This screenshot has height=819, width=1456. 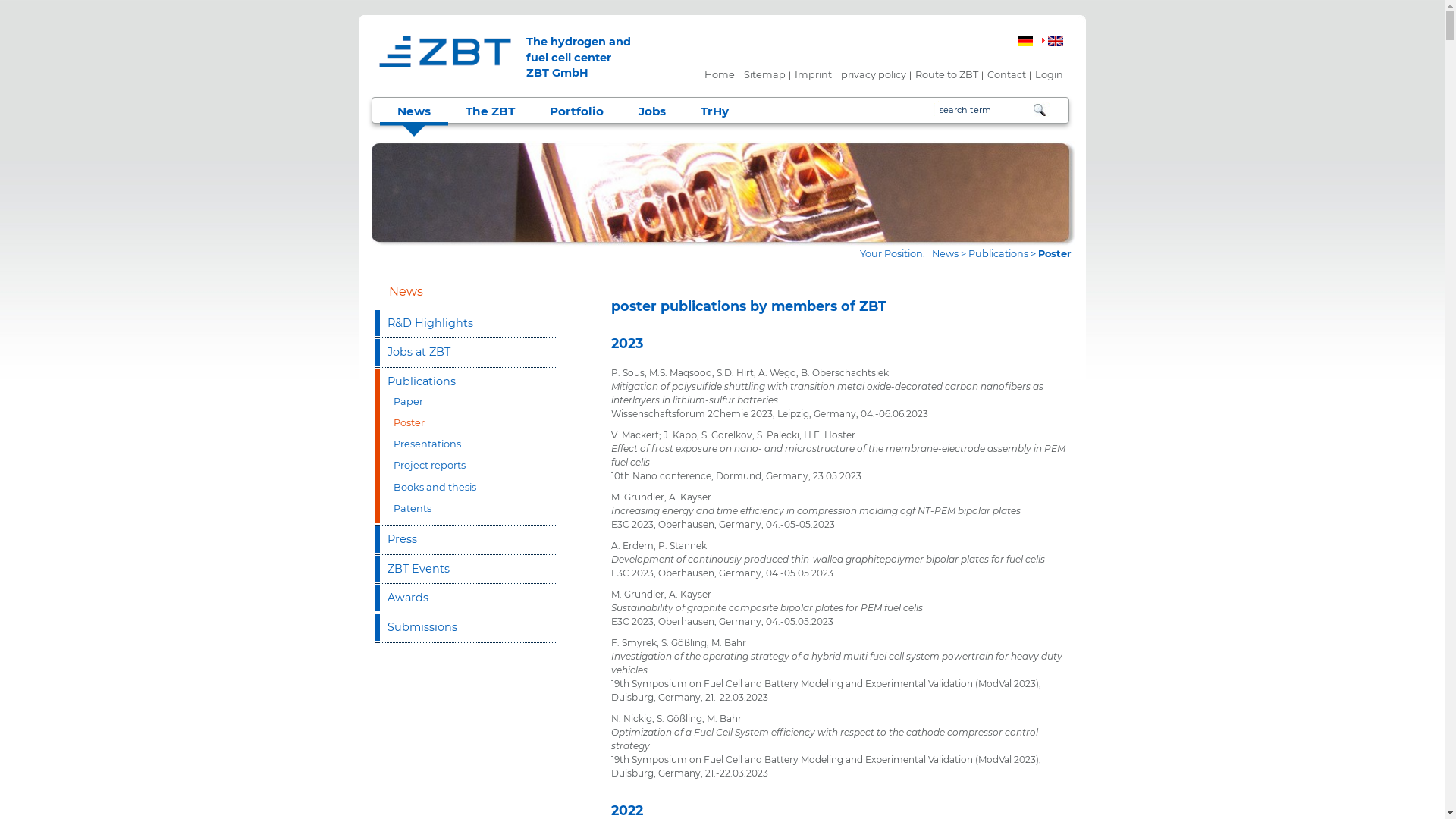 What do you see at coordinates (463, 512) in the screenshot?
I see `'Patents'` at bounding box center [463, 512].